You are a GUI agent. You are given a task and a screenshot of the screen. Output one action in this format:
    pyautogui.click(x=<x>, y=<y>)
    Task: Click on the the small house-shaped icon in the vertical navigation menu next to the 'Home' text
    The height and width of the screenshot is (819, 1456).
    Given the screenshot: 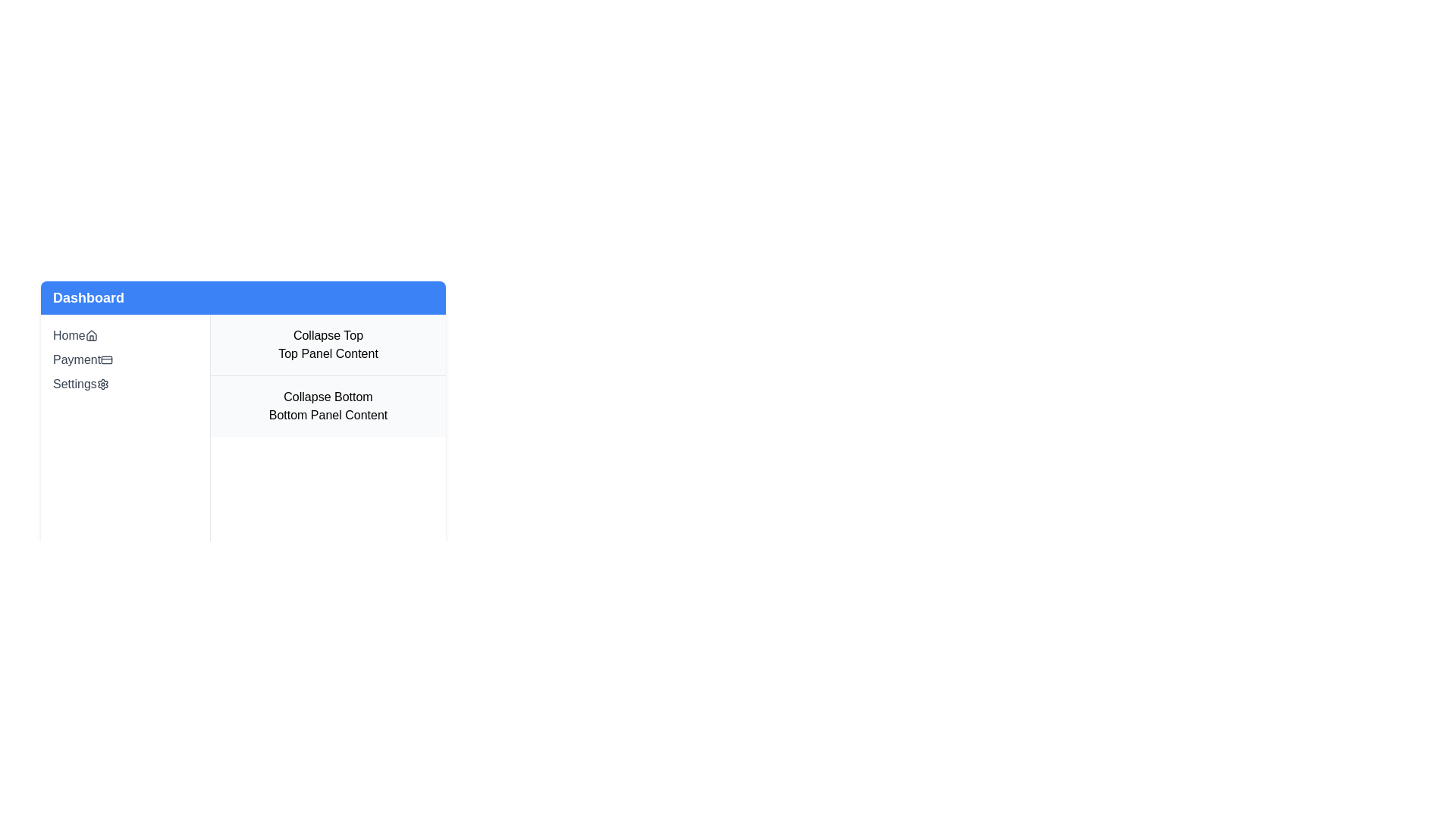 What is the action you would take?
    pyautogui.click(x=90, y=335)
    